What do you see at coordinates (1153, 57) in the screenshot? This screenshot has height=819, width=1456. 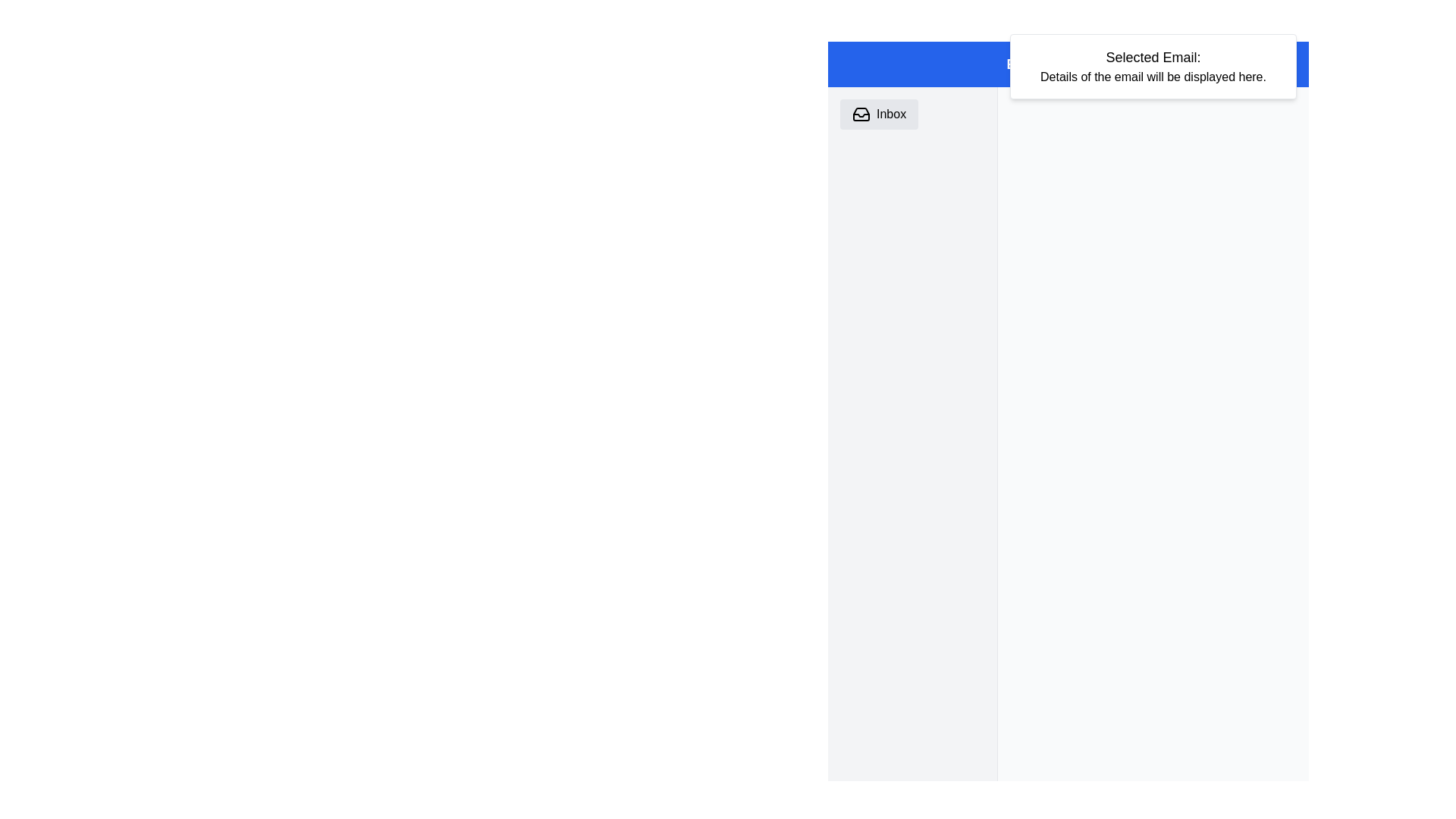 I see `the Text Label that serves as a heading for the email context, positioned at the top center of the application interface` at bounding box center [1153, 57].